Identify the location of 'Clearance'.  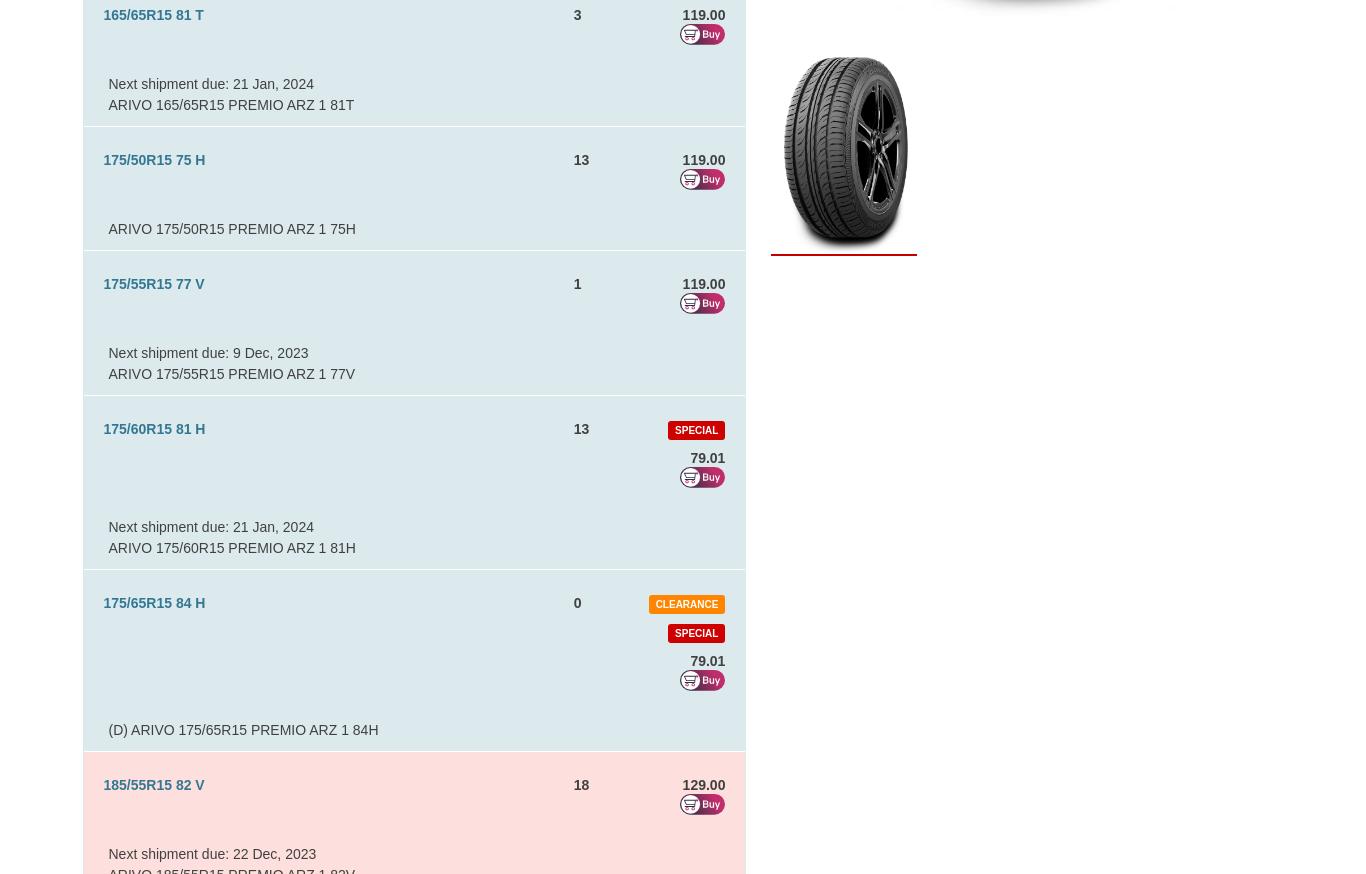
(686, 603).